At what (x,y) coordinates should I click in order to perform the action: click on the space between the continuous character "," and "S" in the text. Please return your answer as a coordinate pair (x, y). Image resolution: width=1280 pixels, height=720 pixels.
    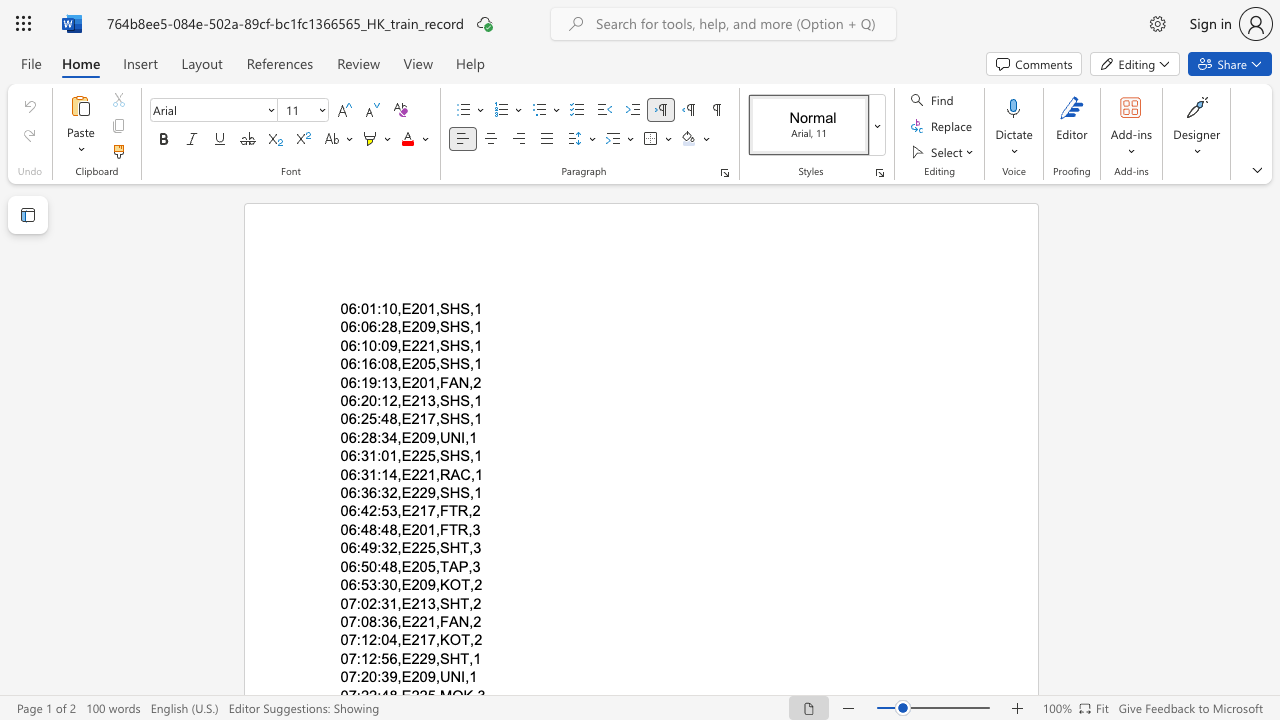
    Looking at the image, I should click on (440, 456).